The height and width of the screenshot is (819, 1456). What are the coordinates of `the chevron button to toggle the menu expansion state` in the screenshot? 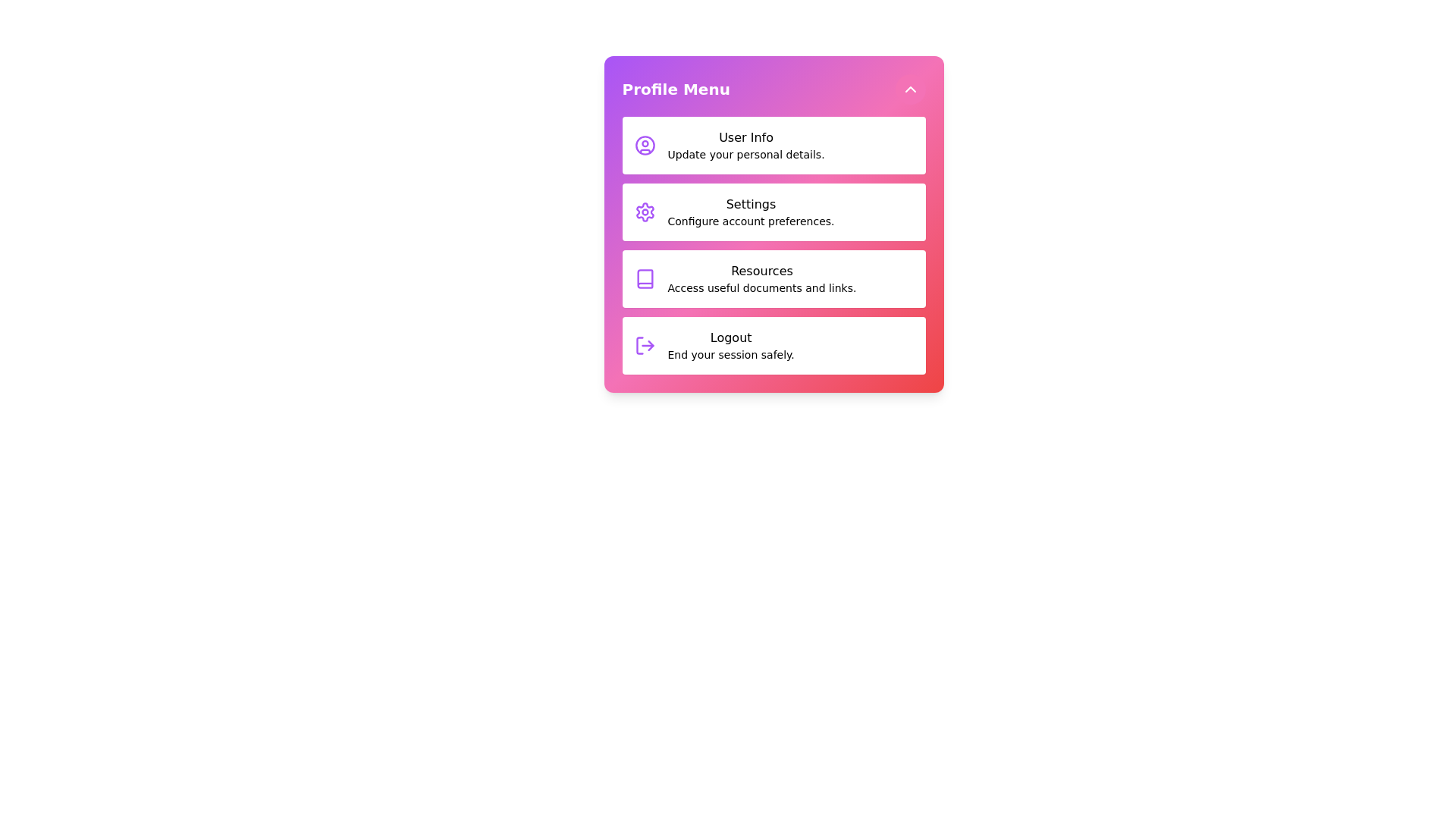 It's located at (910, 89).